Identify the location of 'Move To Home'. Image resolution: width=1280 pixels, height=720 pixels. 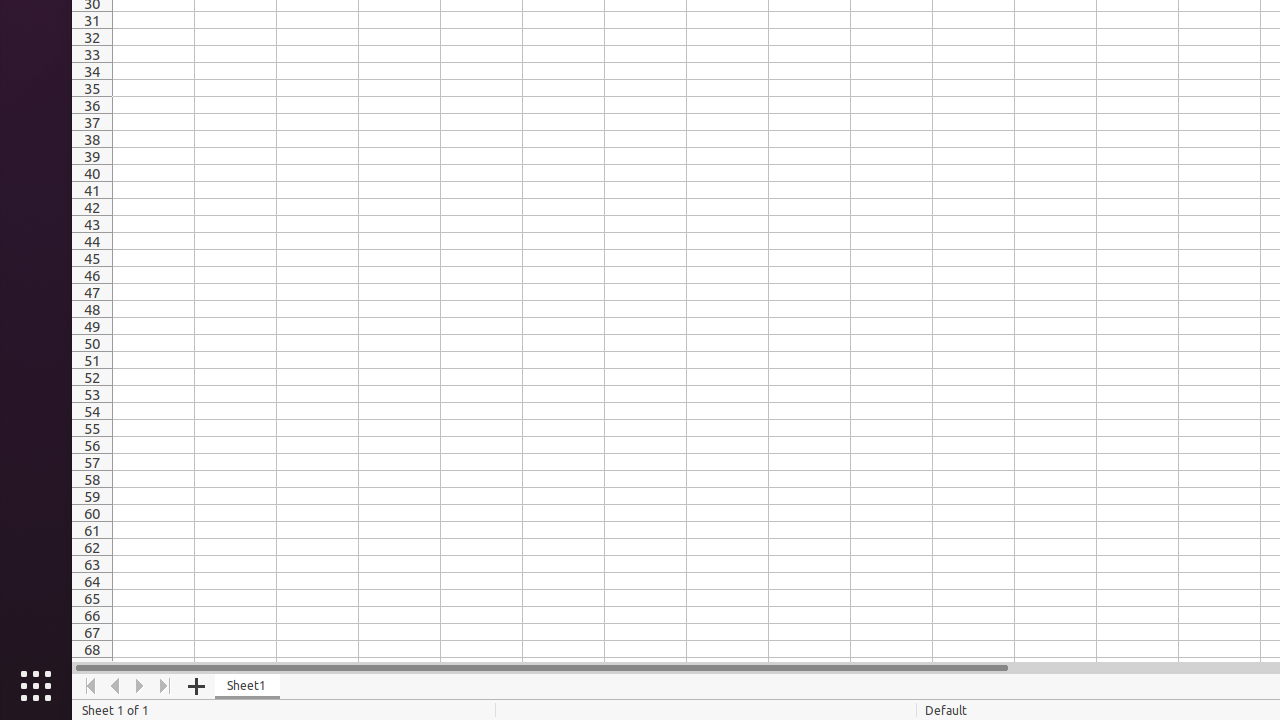
(89, 685).